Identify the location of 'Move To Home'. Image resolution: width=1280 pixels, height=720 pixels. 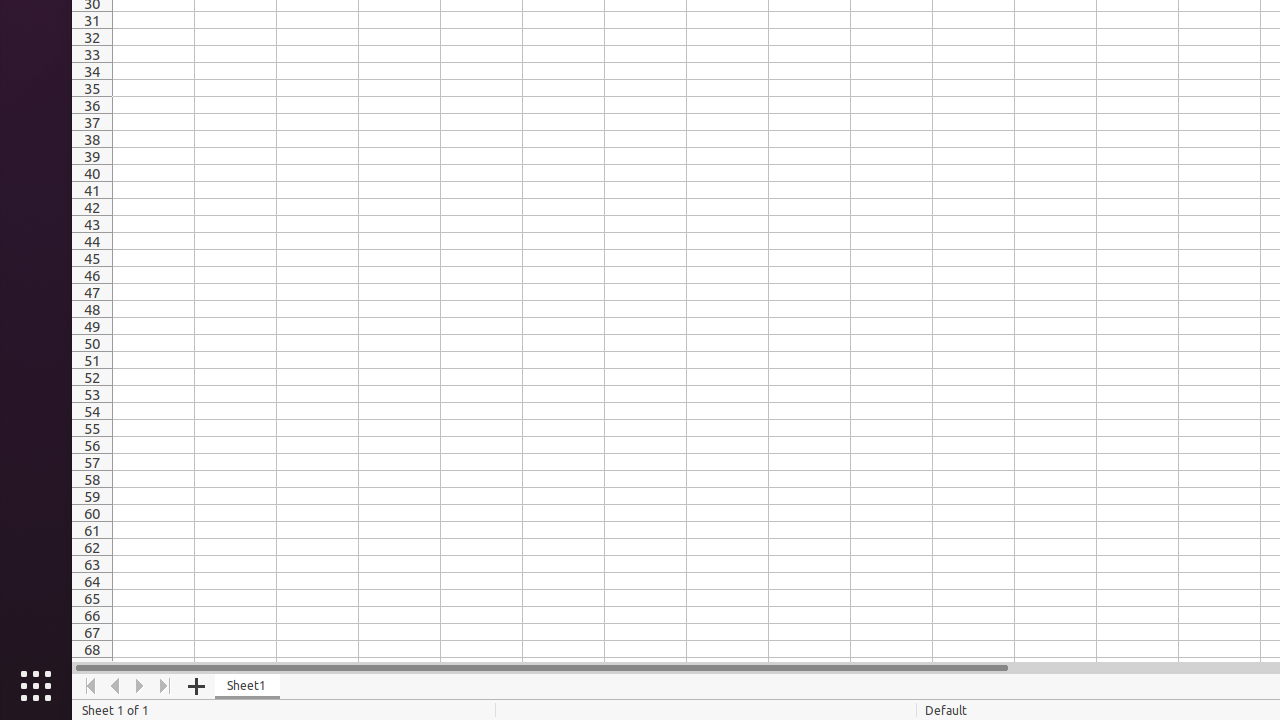
(89, 685).